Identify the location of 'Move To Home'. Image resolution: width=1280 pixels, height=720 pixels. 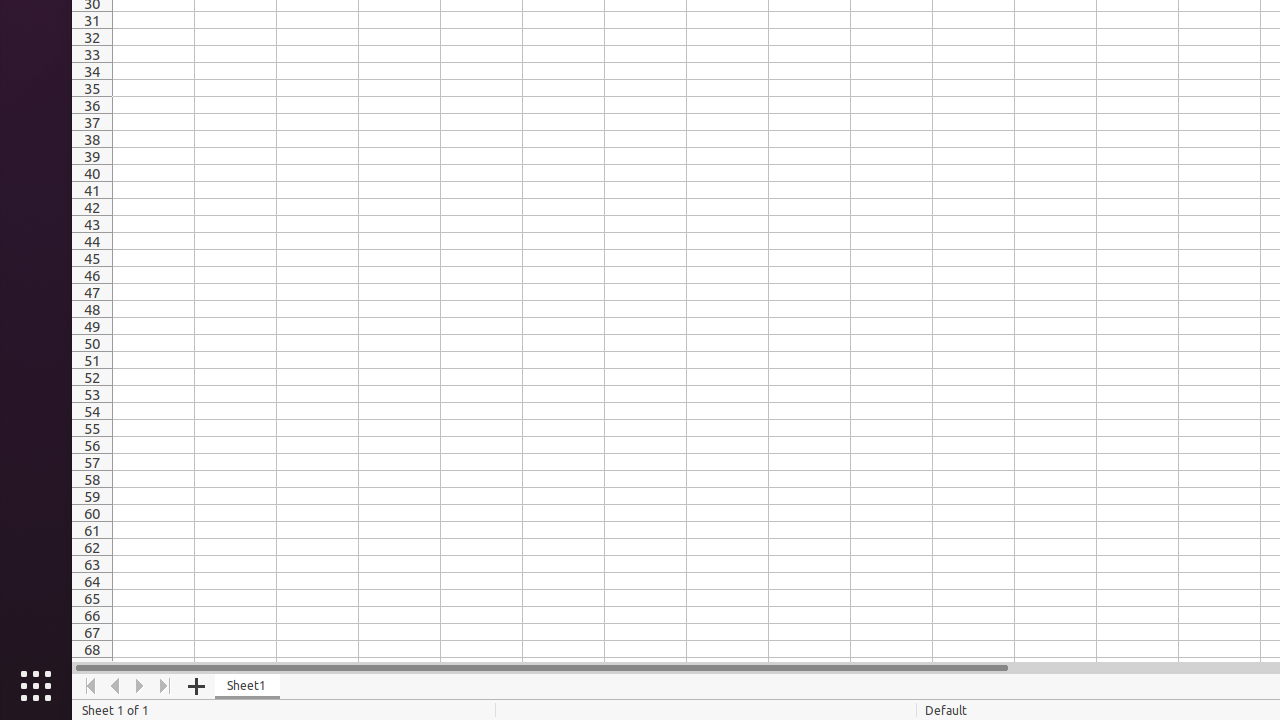
(89, 685).